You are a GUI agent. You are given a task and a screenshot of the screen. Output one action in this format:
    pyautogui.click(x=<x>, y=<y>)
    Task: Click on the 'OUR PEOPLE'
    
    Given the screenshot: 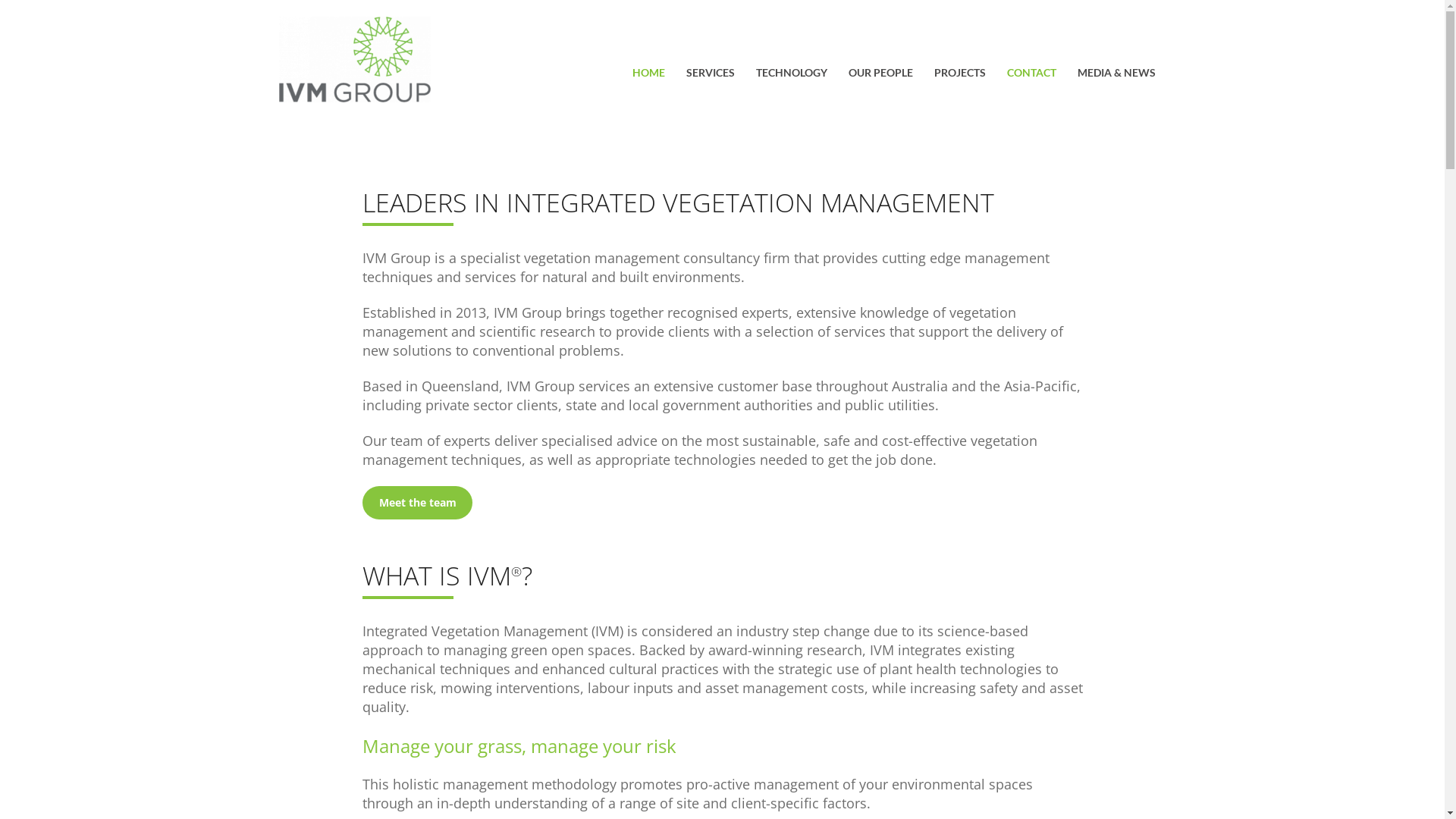 What is the action you would take?
    pyautogui.click(x=847, y=74)
    